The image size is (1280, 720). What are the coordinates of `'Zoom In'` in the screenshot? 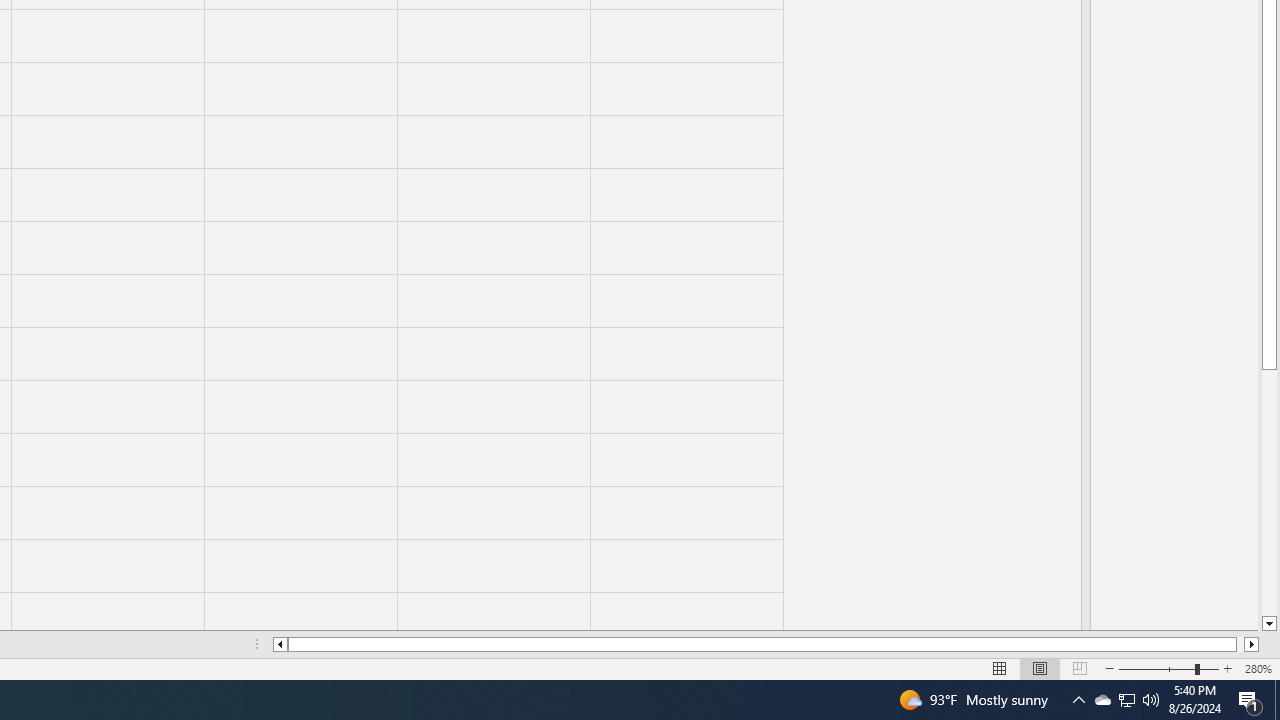 It's located at (1226, 669).